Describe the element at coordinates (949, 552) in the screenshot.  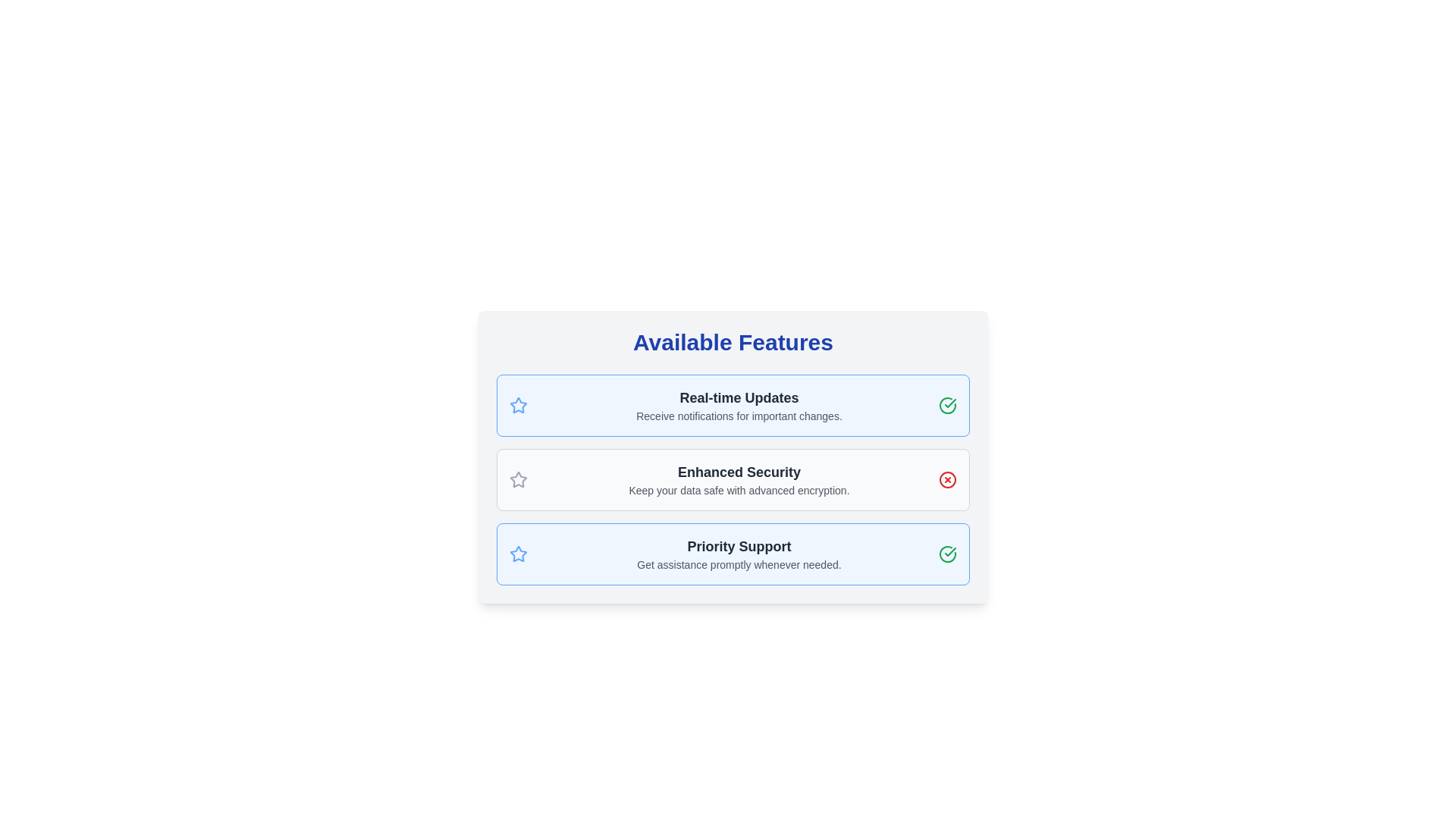
I see `the 'Real-time Updates' icon located at the far right of the first row in the feature list to provide visual confirmation of its active status` at that location.